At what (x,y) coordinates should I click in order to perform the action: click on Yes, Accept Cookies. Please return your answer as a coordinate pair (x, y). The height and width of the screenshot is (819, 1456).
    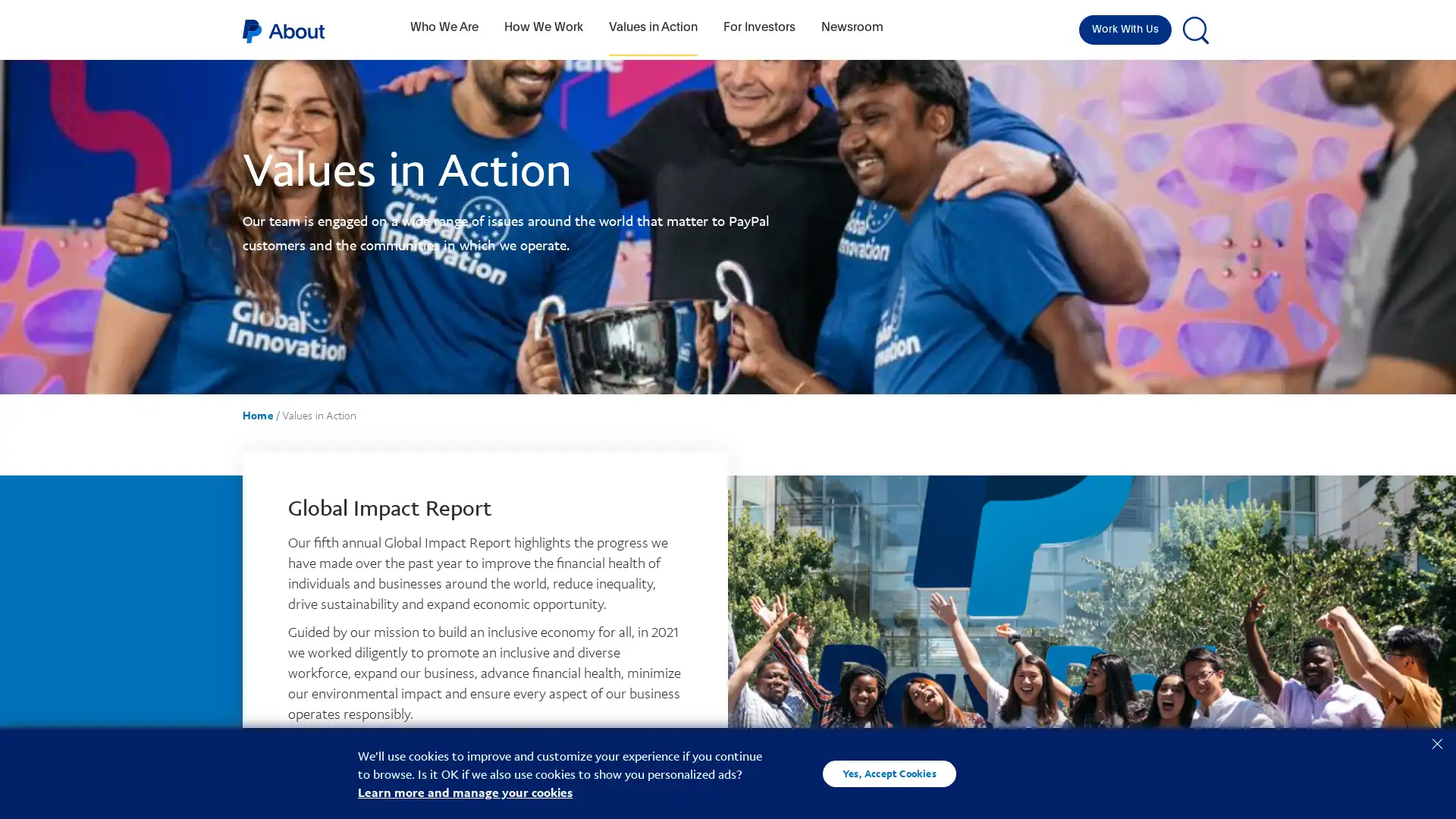
    Looking at the image, I should click on (889, 773).